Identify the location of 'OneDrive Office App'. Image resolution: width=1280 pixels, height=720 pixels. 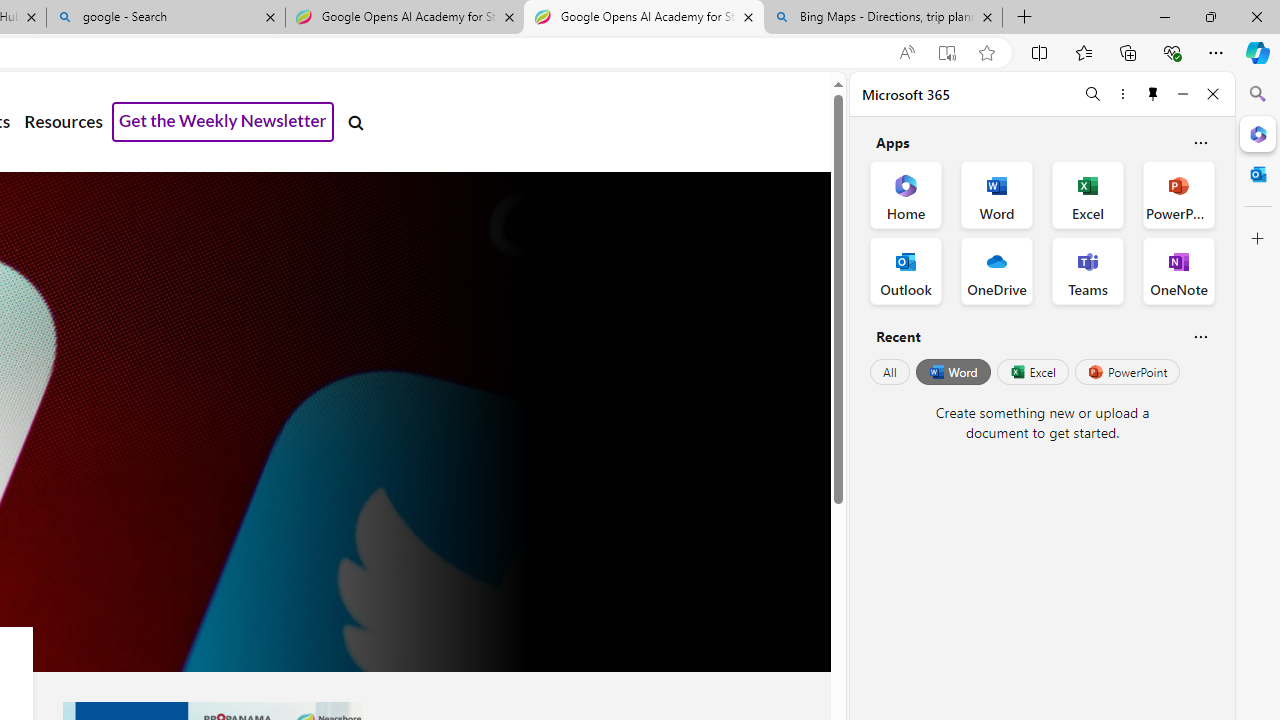
(997, 271).